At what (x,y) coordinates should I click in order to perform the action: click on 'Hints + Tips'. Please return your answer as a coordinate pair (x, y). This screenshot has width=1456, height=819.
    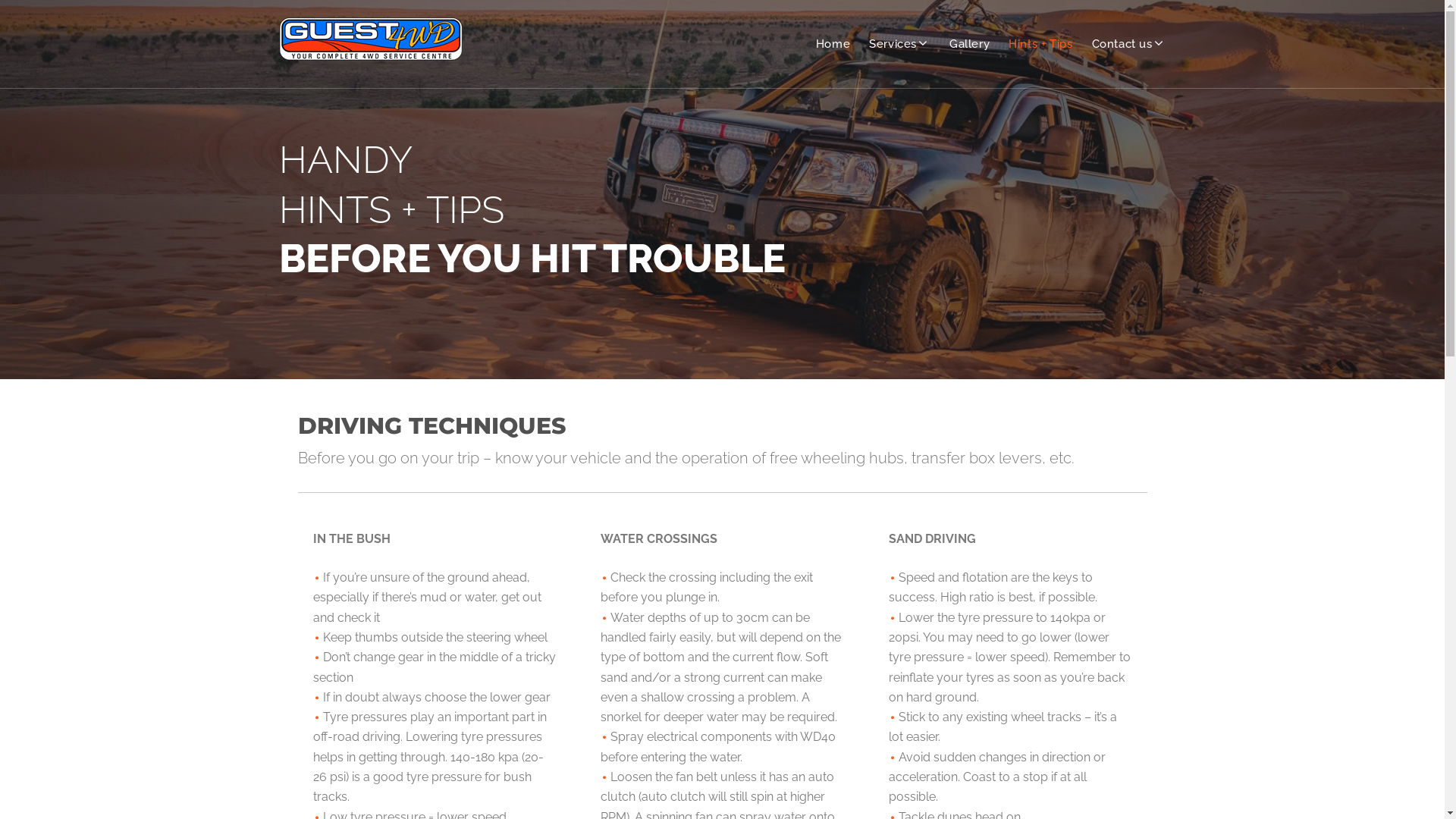
    Looking at the image, I should click on (1040, 43).